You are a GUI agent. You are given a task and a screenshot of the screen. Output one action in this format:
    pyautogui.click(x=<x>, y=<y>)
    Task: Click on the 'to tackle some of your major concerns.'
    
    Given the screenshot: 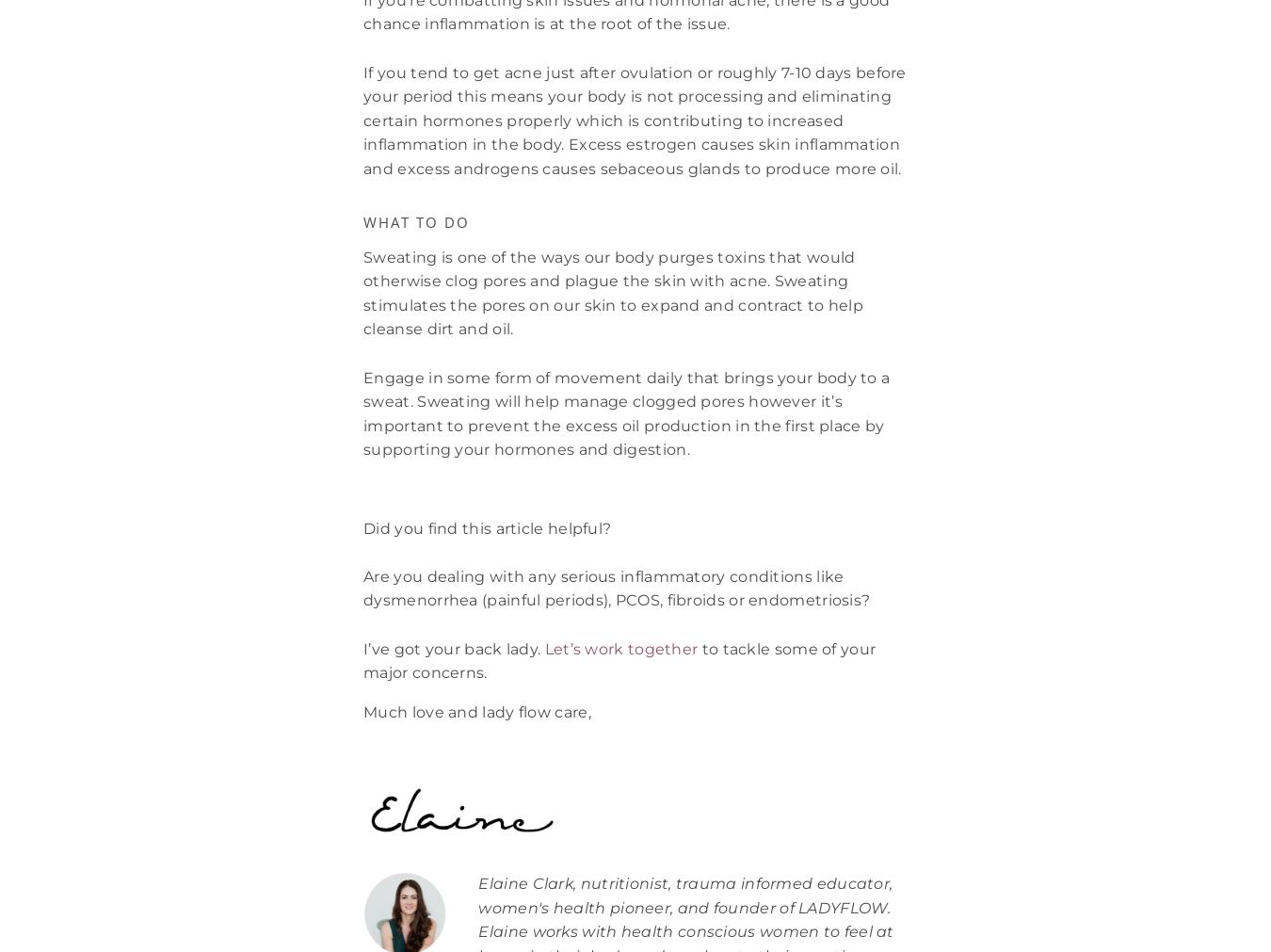 What is the action you would take?
    pyautogui.click(x=362, y=659)
    